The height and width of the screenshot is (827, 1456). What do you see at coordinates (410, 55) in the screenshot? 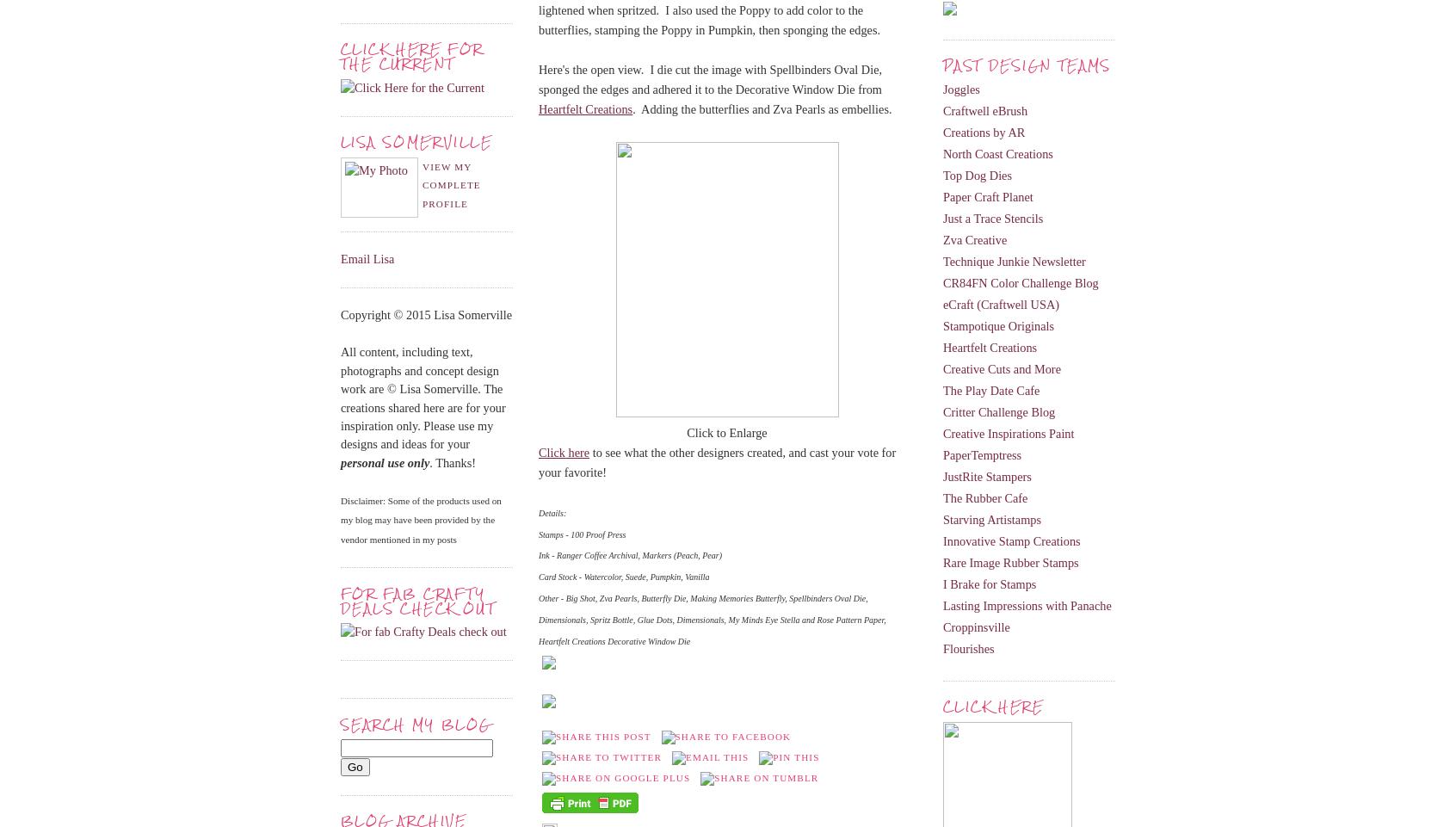
I see `'Click Here for the Current'` at bounding box center [410, 55].